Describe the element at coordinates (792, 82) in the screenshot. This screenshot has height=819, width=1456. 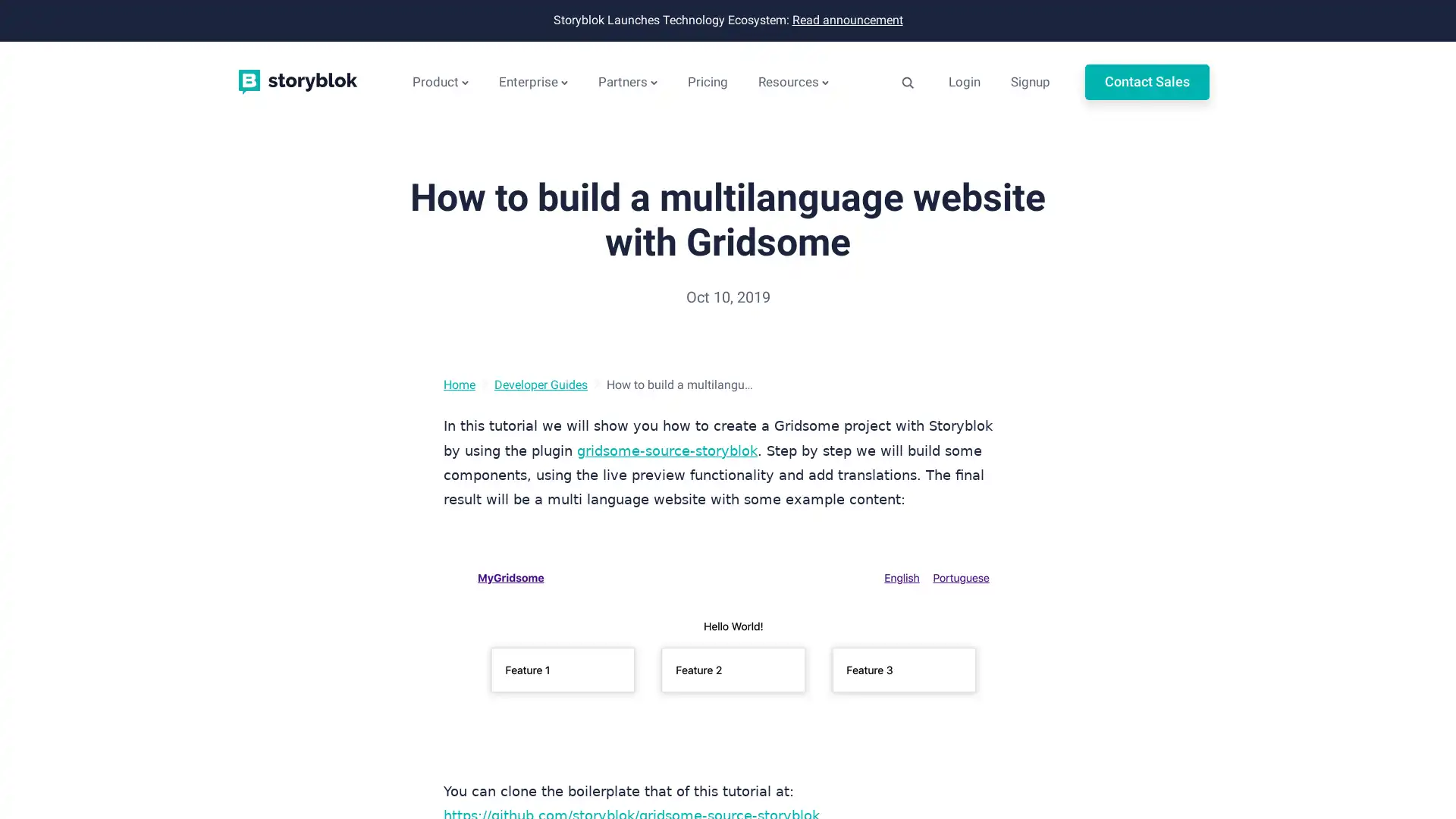
I see `Resources` at that location.